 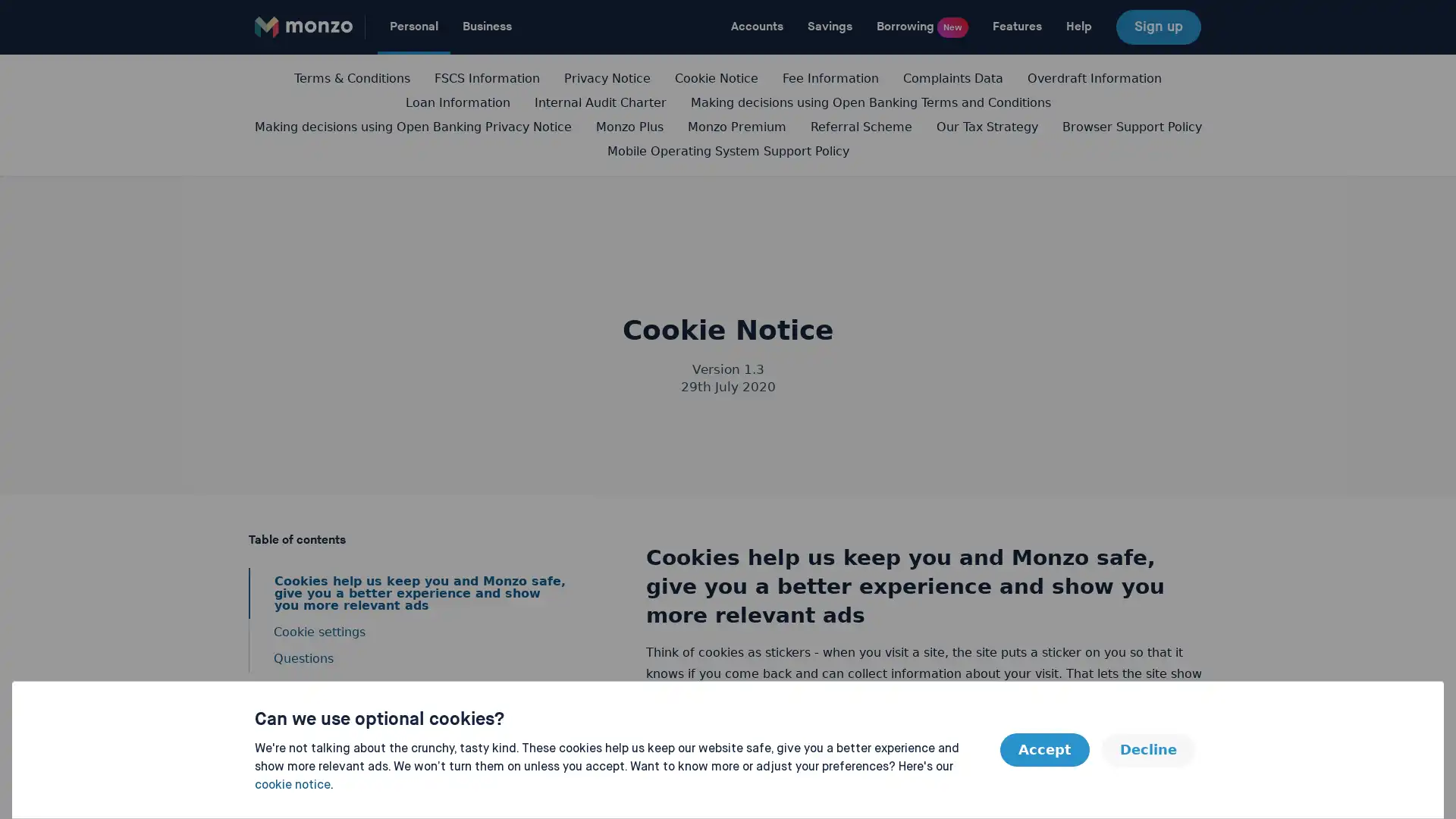 What do you see at coordinates (921, 27) in the screenshot?
I see `Borrowing New` at bounding box center [921, 27].